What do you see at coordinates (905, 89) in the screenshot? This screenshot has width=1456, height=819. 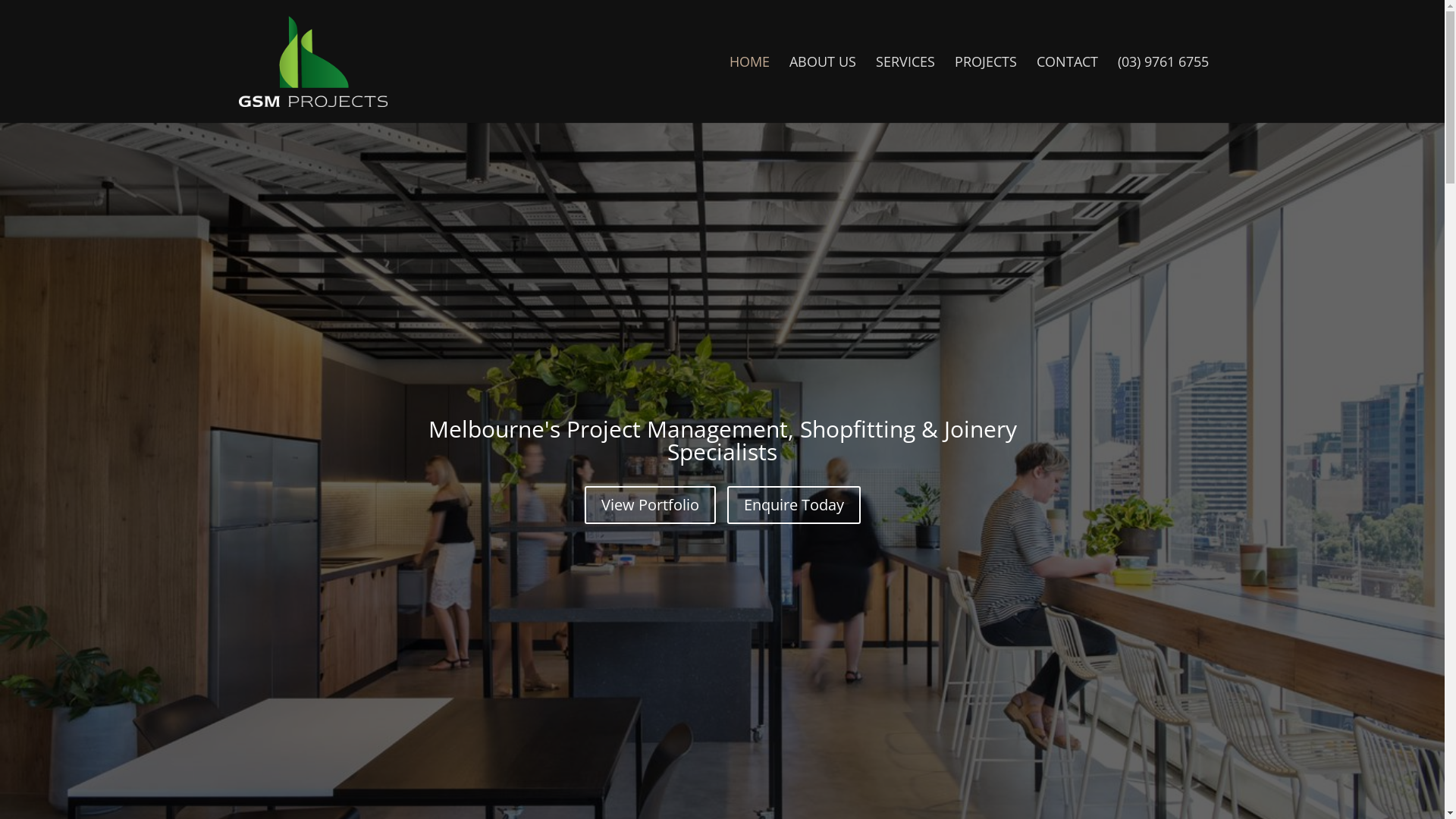 I see `'SERVICES'` at bounding box center [905, 89].